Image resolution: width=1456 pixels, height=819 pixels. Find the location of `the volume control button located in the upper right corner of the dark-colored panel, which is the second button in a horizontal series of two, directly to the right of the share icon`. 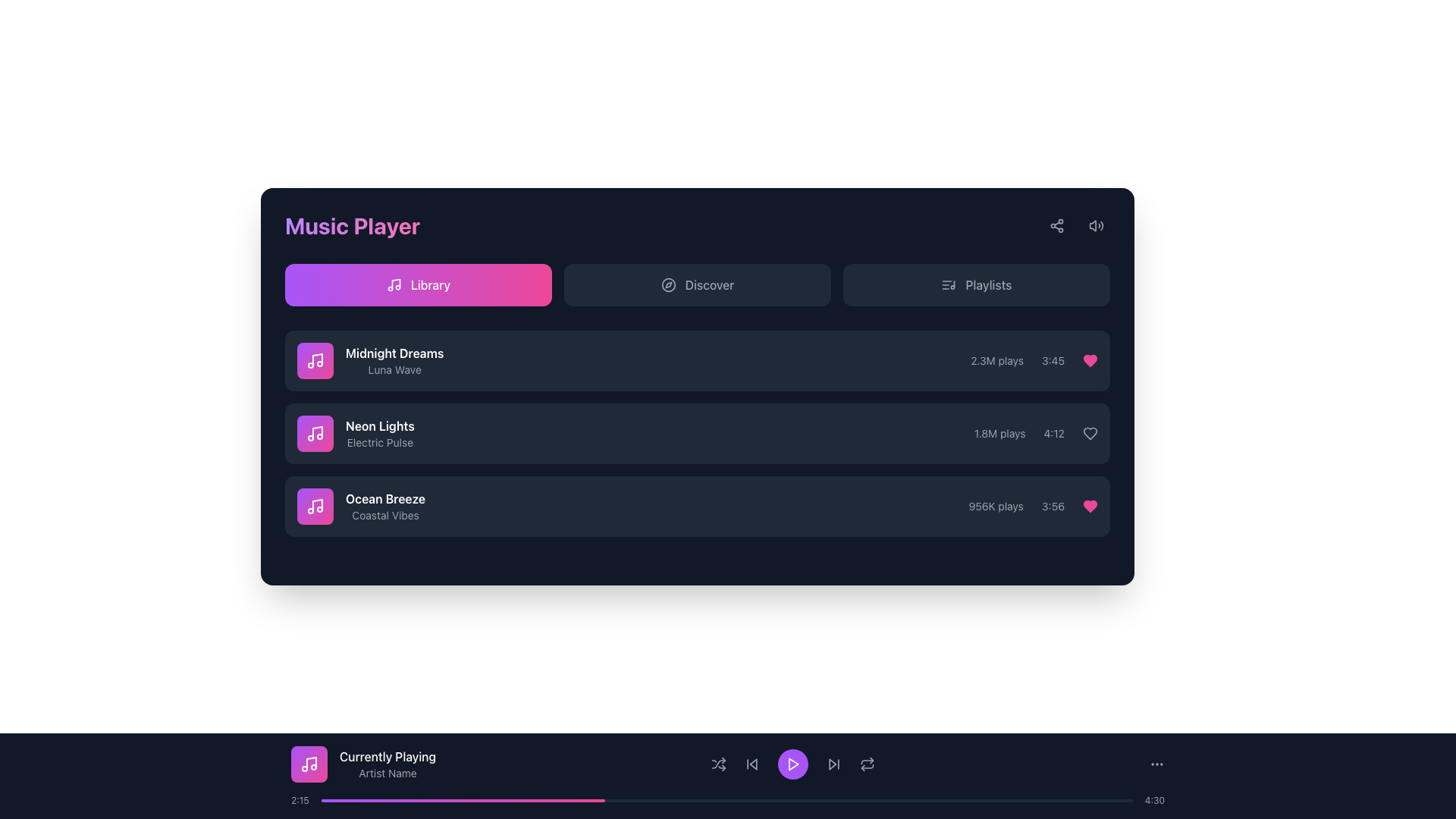

the volume control button located in the upper right corner of the dark-colored panel, which is the second button in a horizontal series of two, directly to the right of the share icon is located at coordinates (1096, 225).